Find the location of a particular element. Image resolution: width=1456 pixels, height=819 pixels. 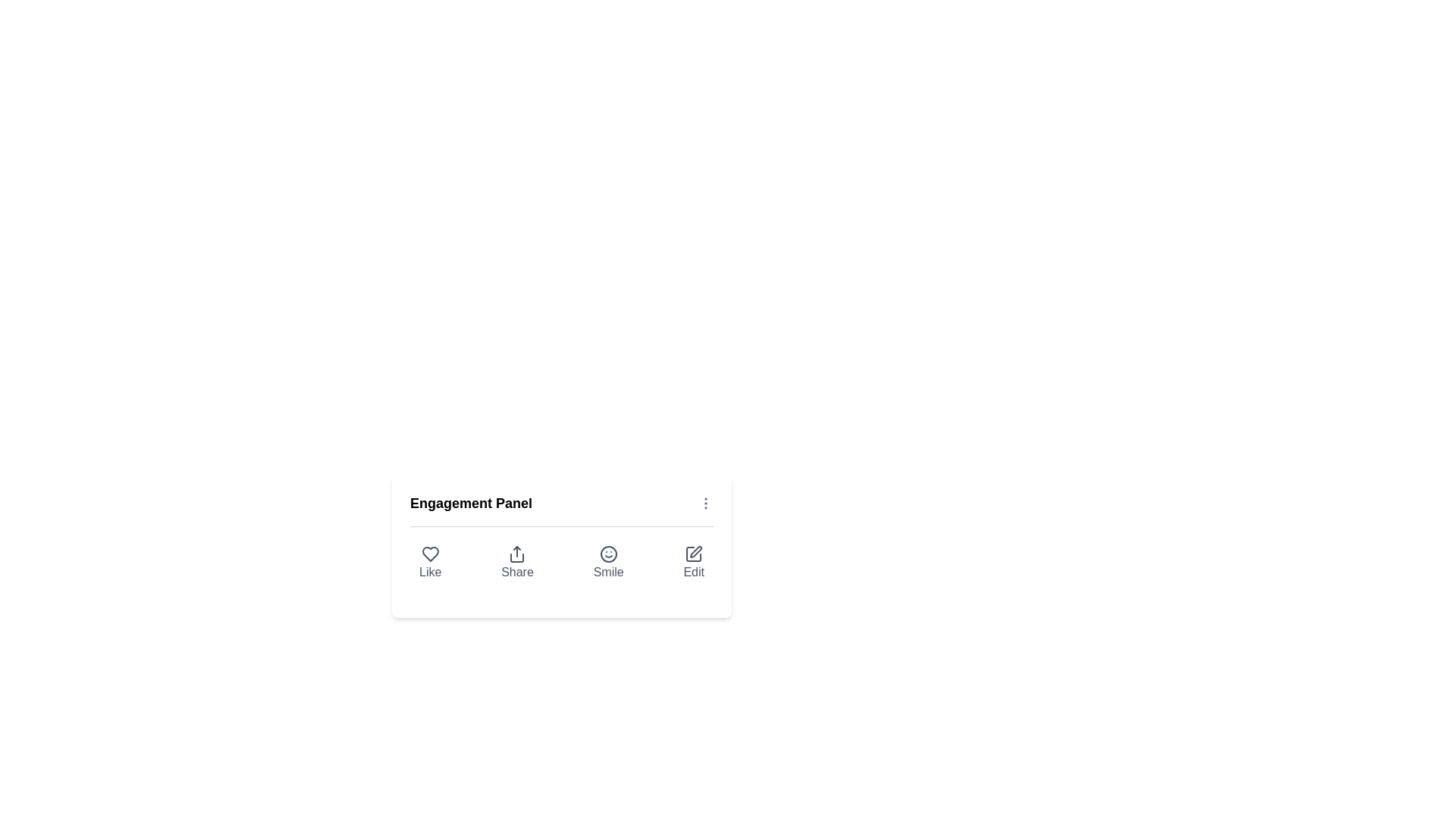

the square icon with a pen inside, located in the upper portion of the 'Edit' button, to invoke the edit action is located at coordinates (693, 554).